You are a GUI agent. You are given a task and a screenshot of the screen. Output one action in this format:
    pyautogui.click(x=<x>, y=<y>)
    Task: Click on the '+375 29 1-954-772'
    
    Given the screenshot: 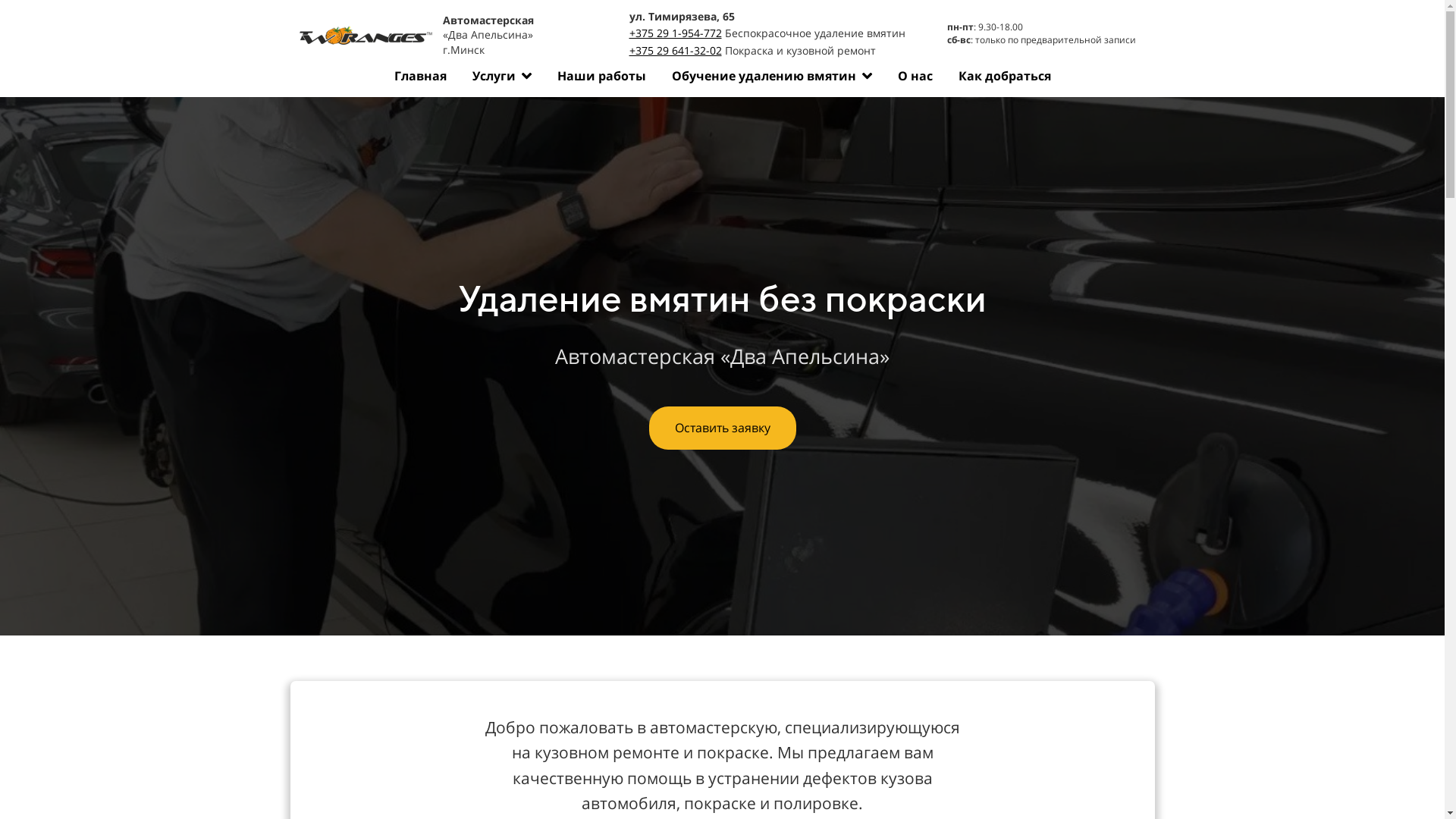 What is the action you would take?
    pyautogui.click(x=629, y=33)
    